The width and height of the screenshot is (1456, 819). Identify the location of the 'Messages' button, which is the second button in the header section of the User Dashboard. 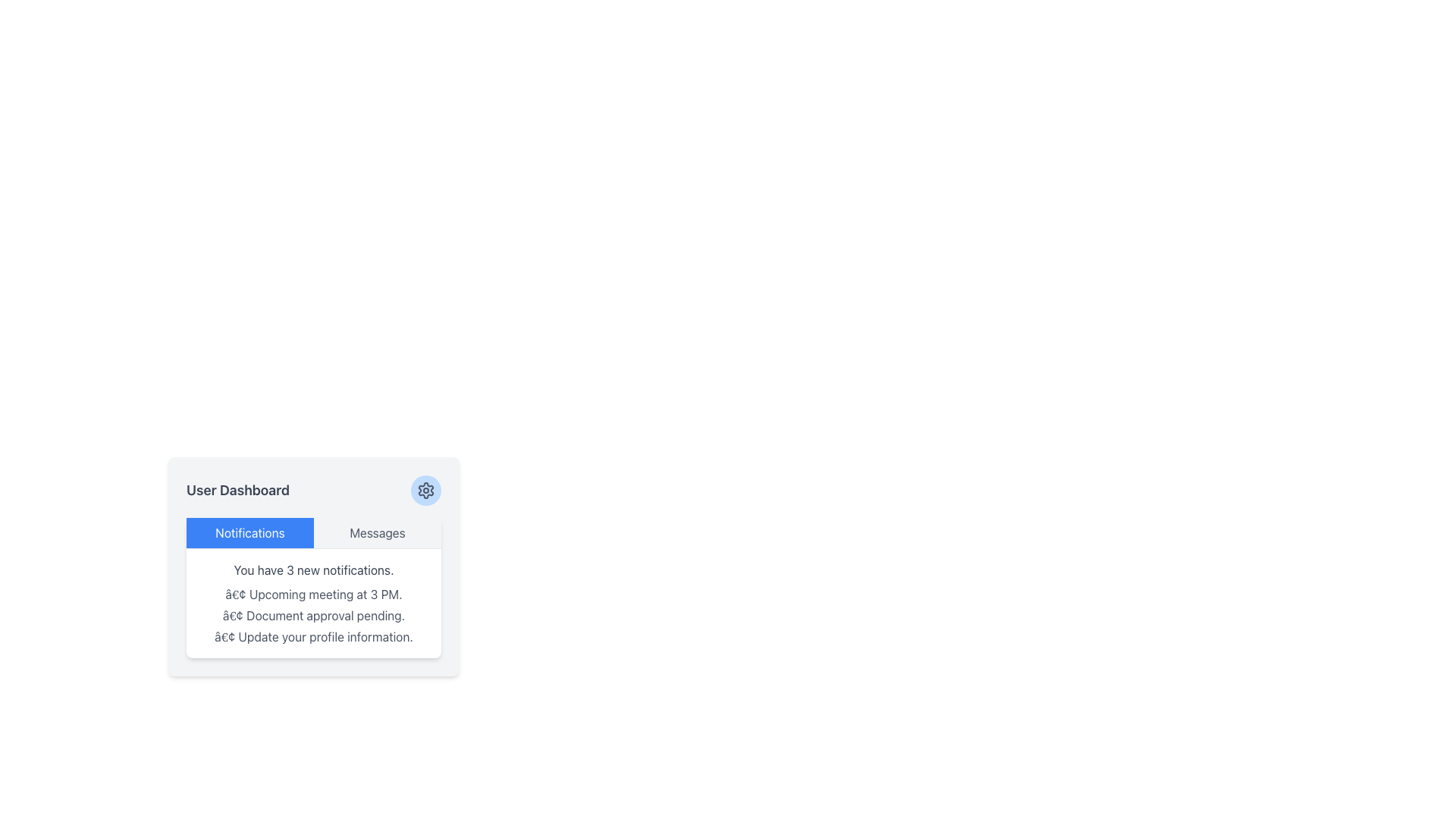
(378, 532).